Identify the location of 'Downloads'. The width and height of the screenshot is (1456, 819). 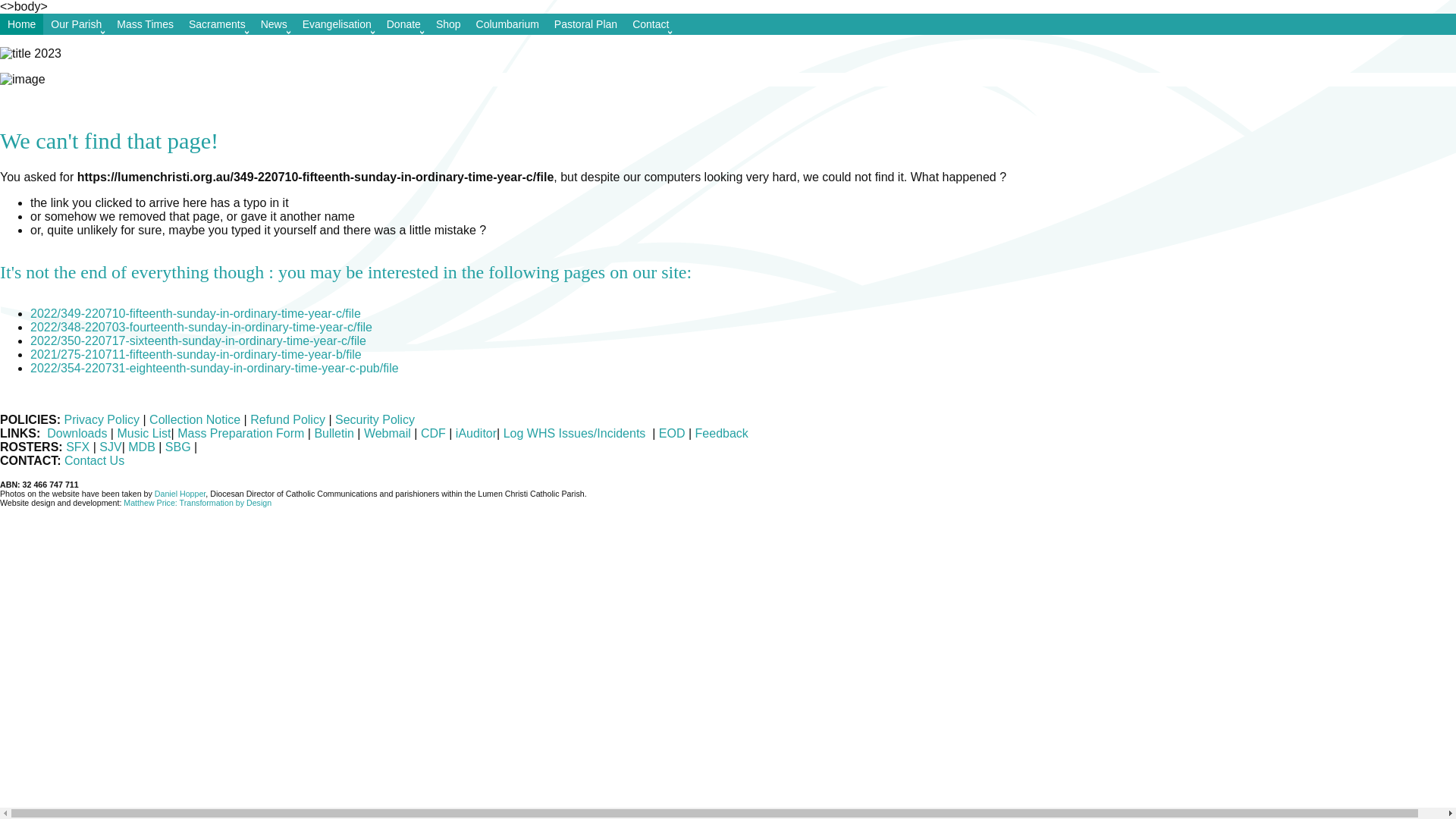
(76, 433).